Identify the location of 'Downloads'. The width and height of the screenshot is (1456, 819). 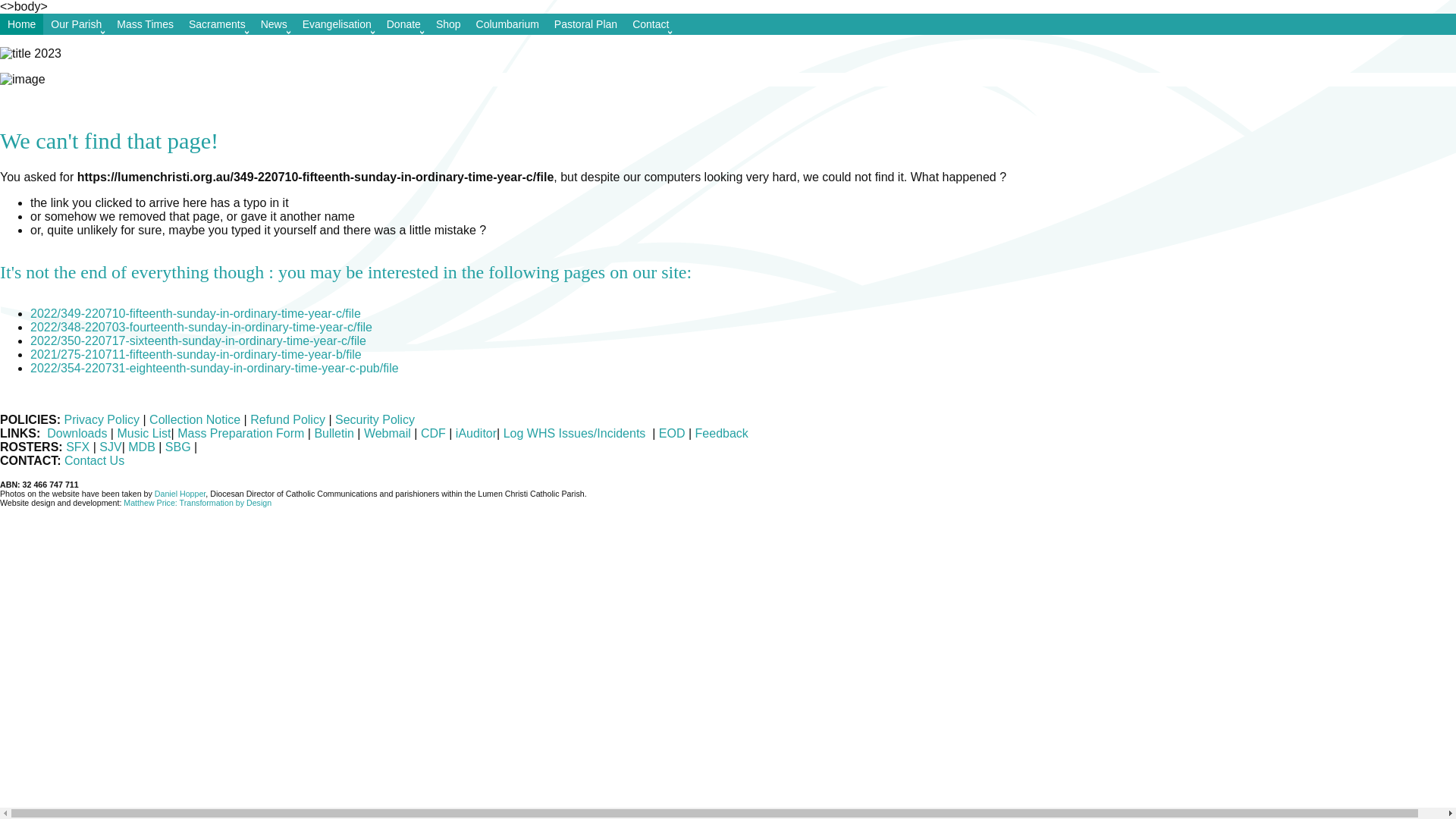
(76, 433).